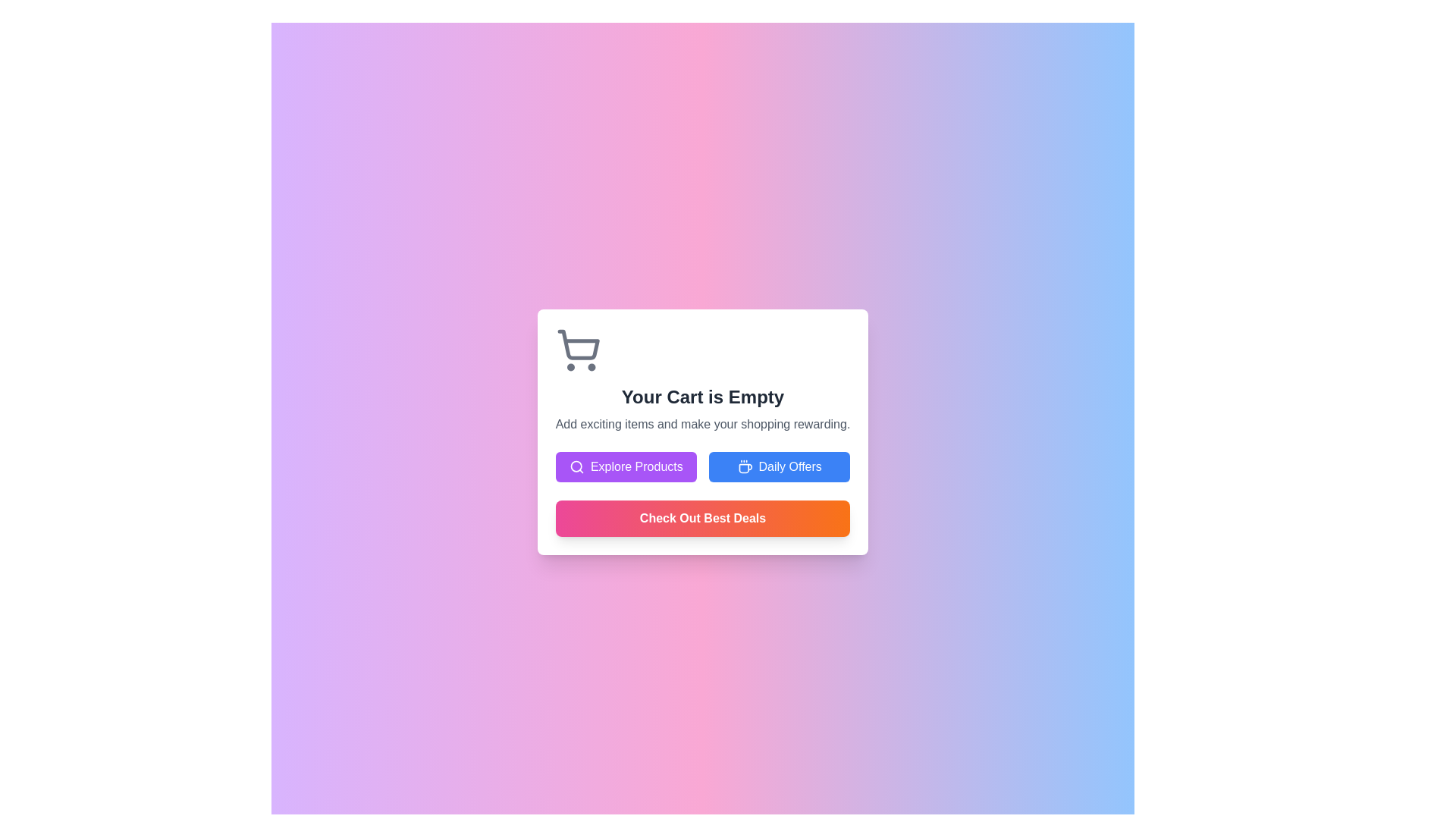 The image size is (1456, 819). Describe the element at coordinates (701, 466) in the screenshot. I see `the Button Group that provides navigation options for exploring products and daily offers` at that location.